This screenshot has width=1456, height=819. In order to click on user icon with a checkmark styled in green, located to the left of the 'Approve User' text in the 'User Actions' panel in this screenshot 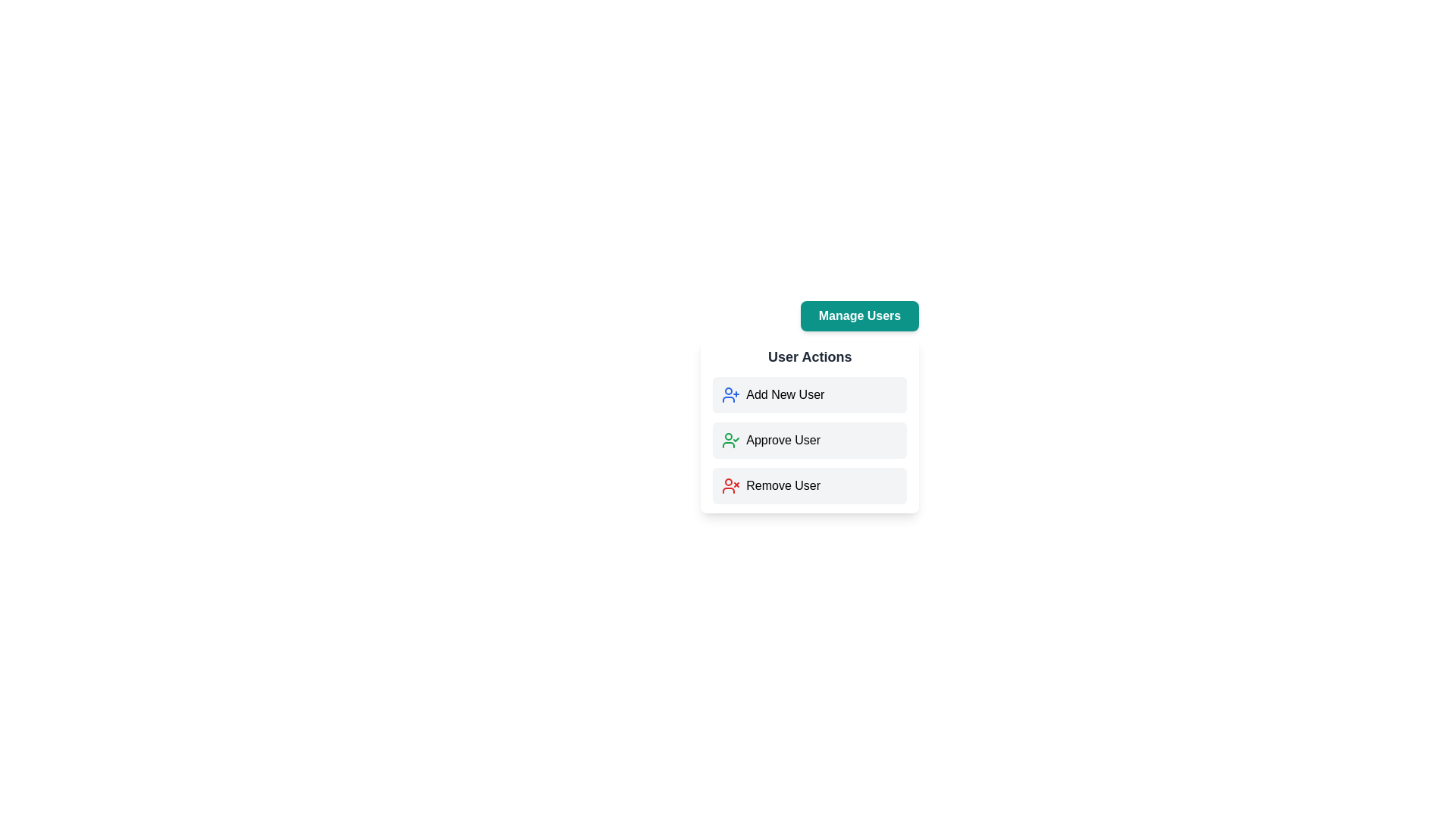, I will do `click(731, 441)`.